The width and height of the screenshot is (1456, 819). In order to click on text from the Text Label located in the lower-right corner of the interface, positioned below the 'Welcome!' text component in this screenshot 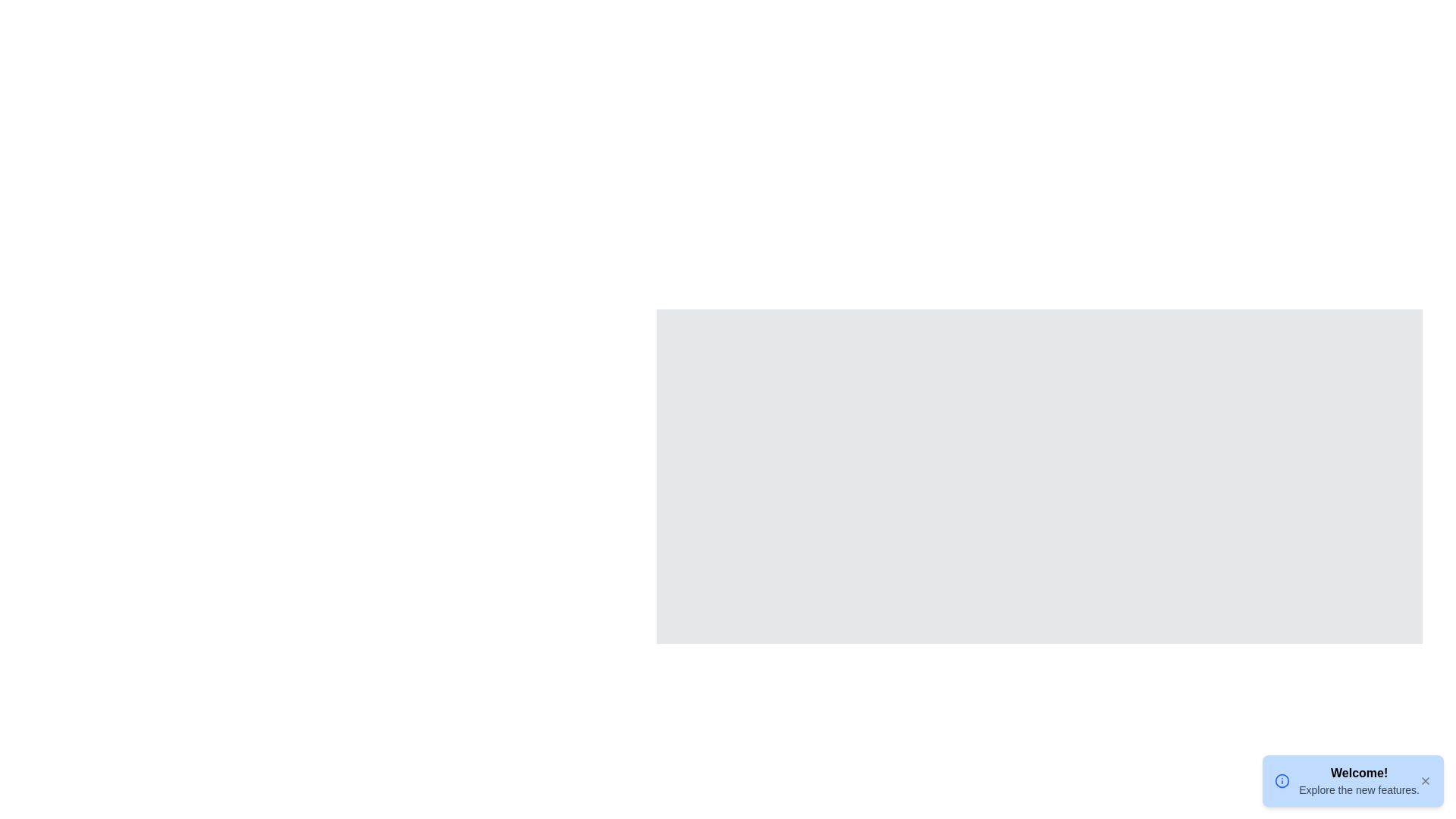, I will do `click(1359, 789)`.